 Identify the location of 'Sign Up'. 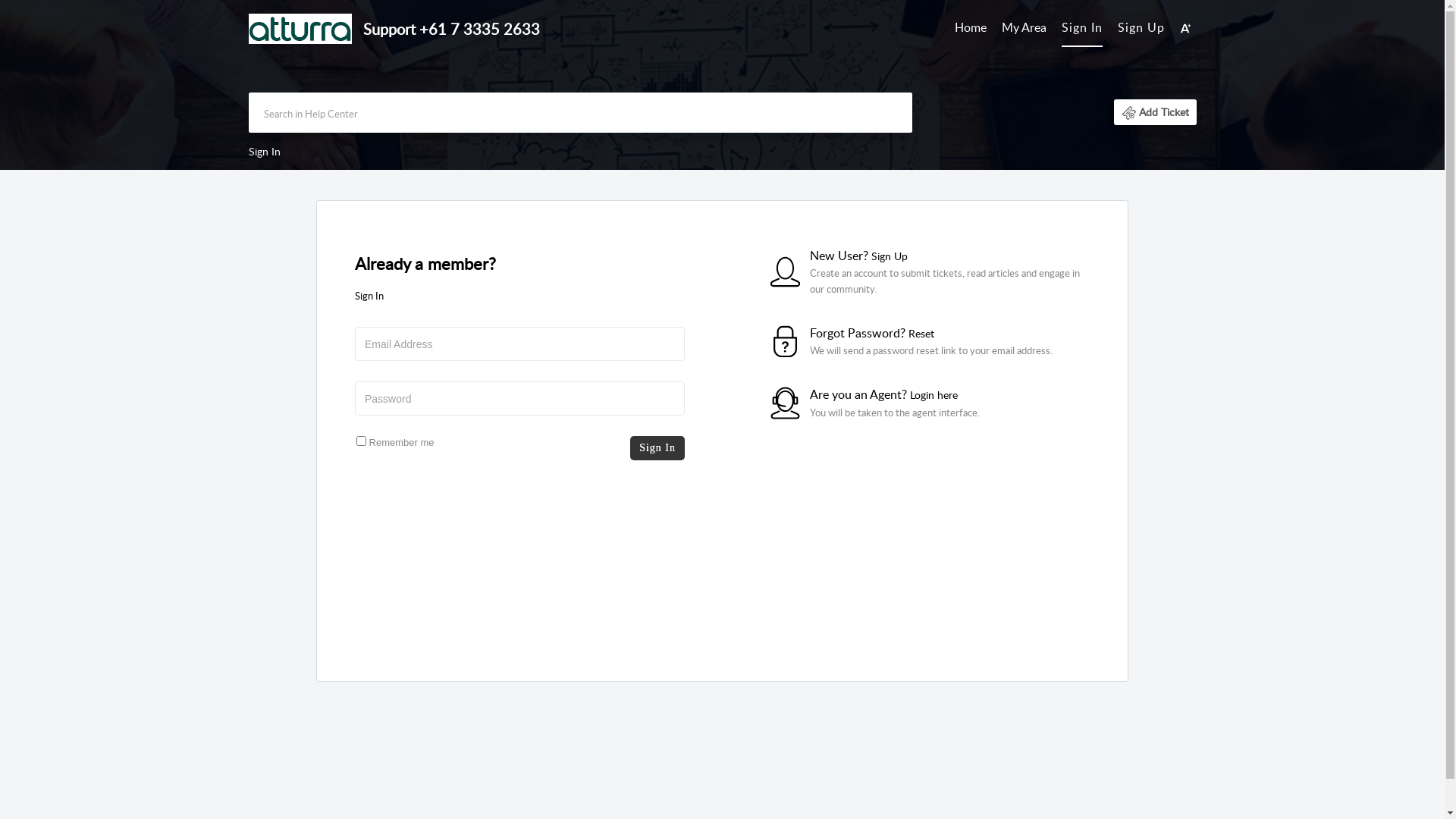
(888, 255).